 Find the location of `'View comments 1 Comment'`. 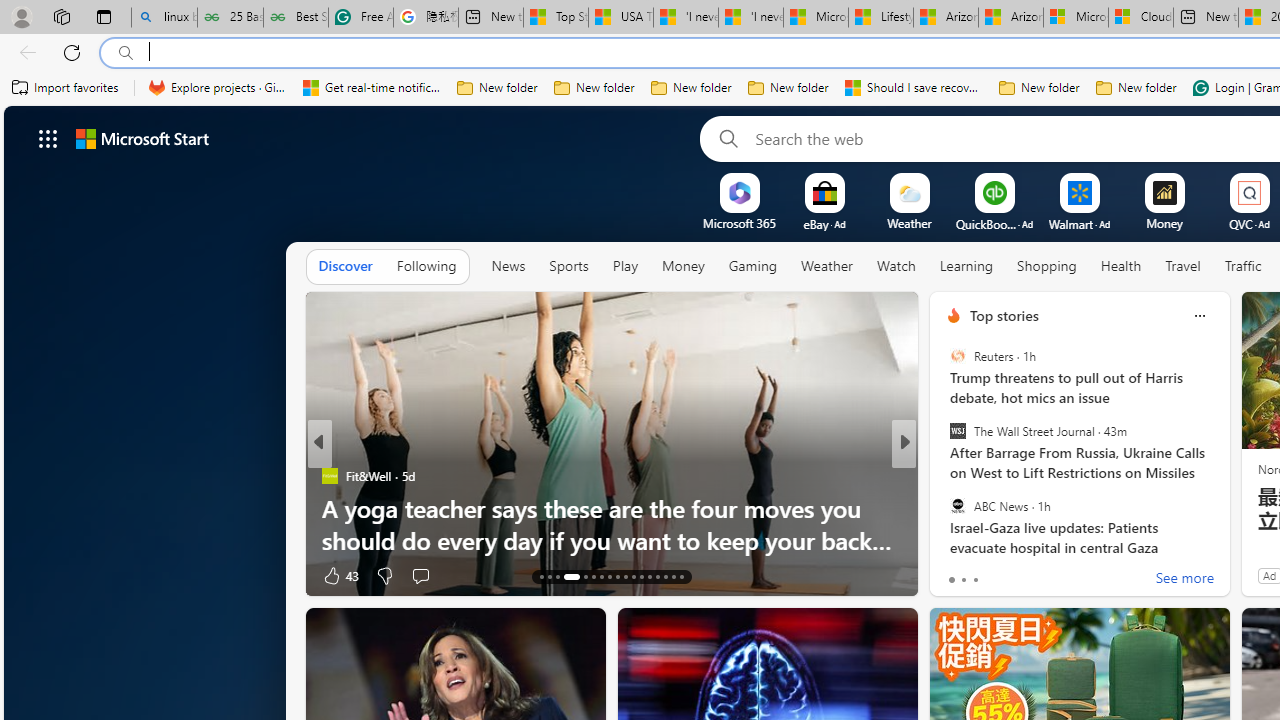

'View comments 1 Comment' is located at coordinates (1040, 575).